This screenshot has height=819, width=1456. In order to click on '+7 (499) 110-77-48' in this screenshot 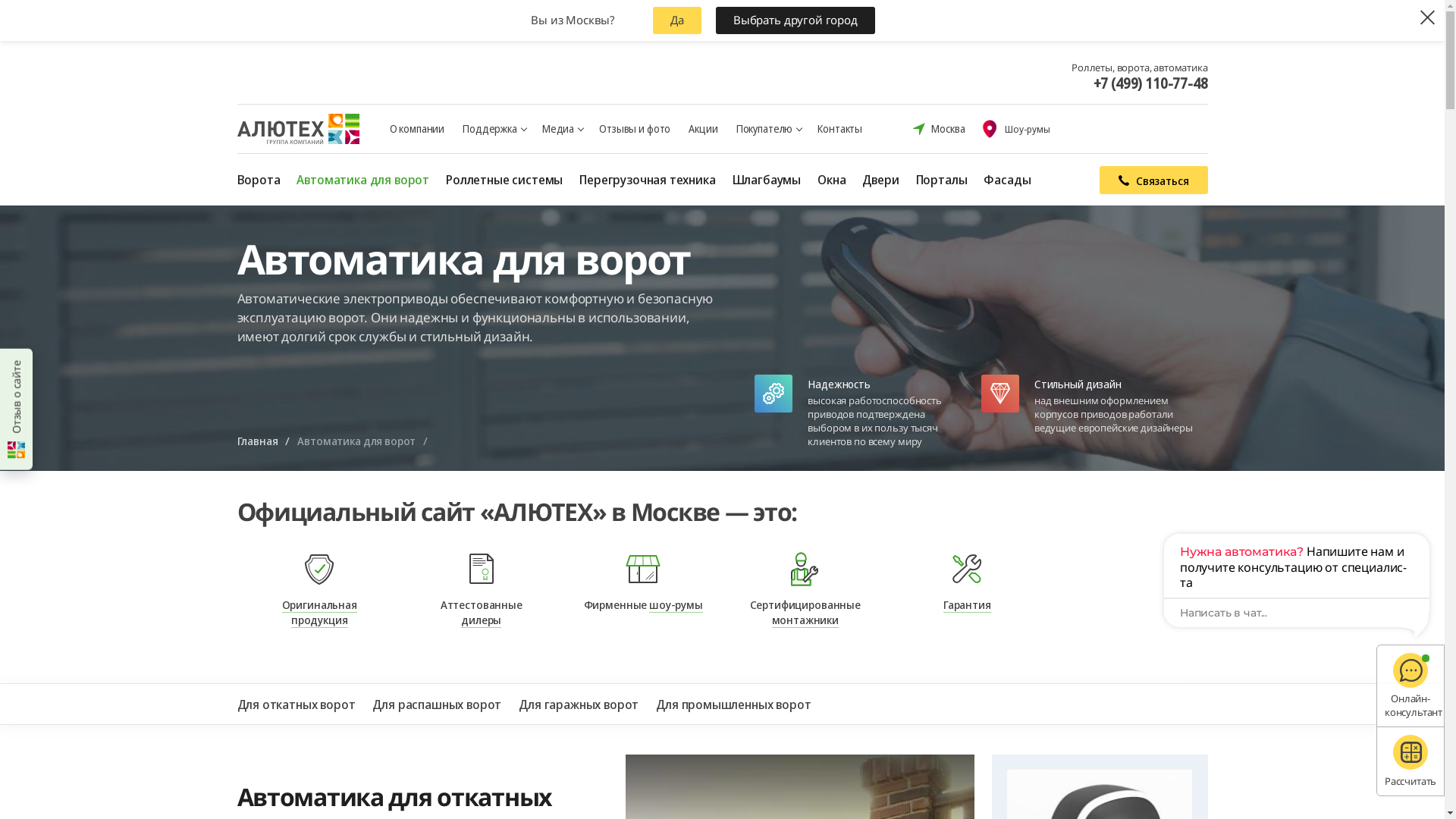, I will do `click(1093, 83)`.